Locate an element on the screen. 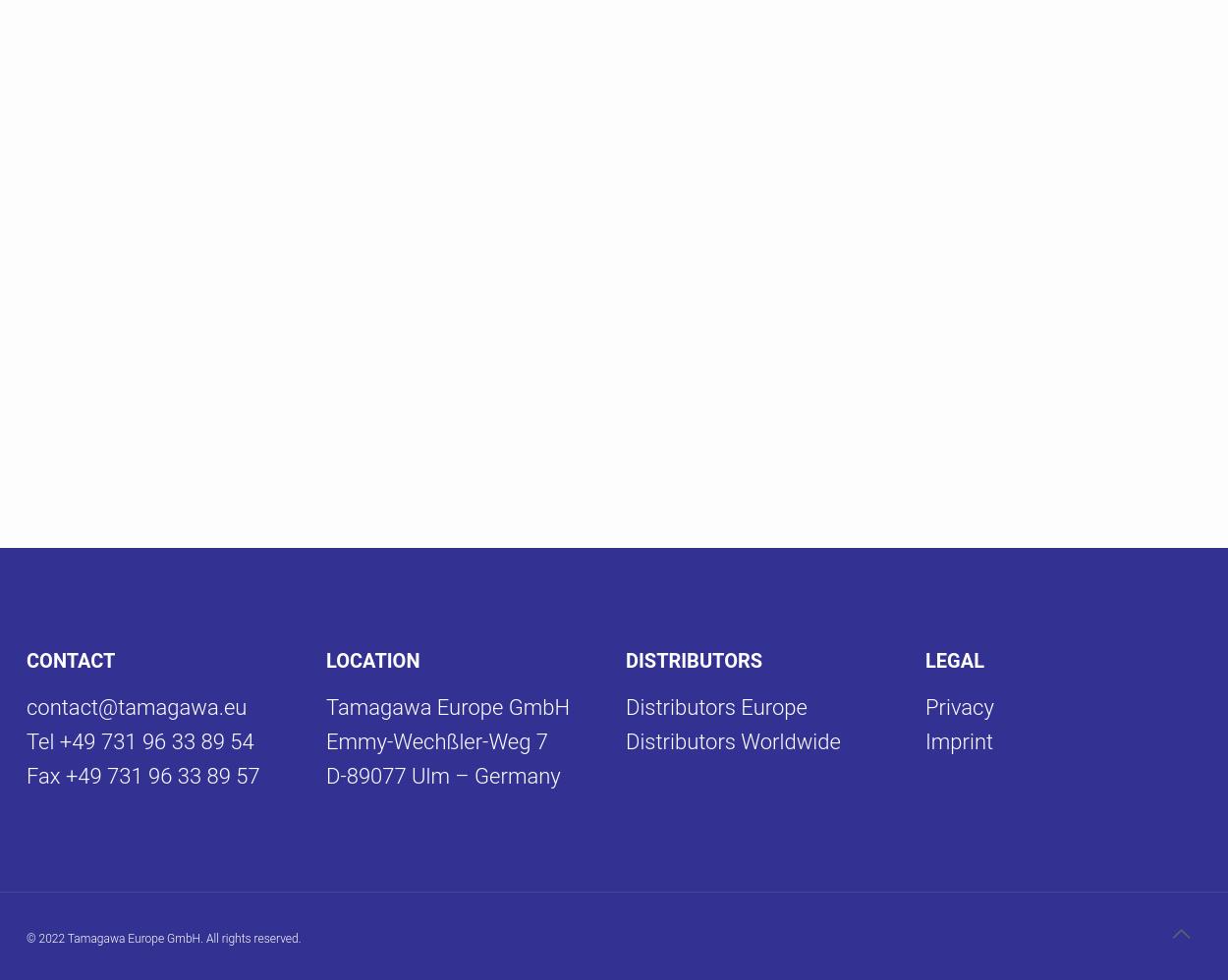 This screenshot has width=1228, height=980. 'Distributors Worldwide' is located at coordinates (732, 740).